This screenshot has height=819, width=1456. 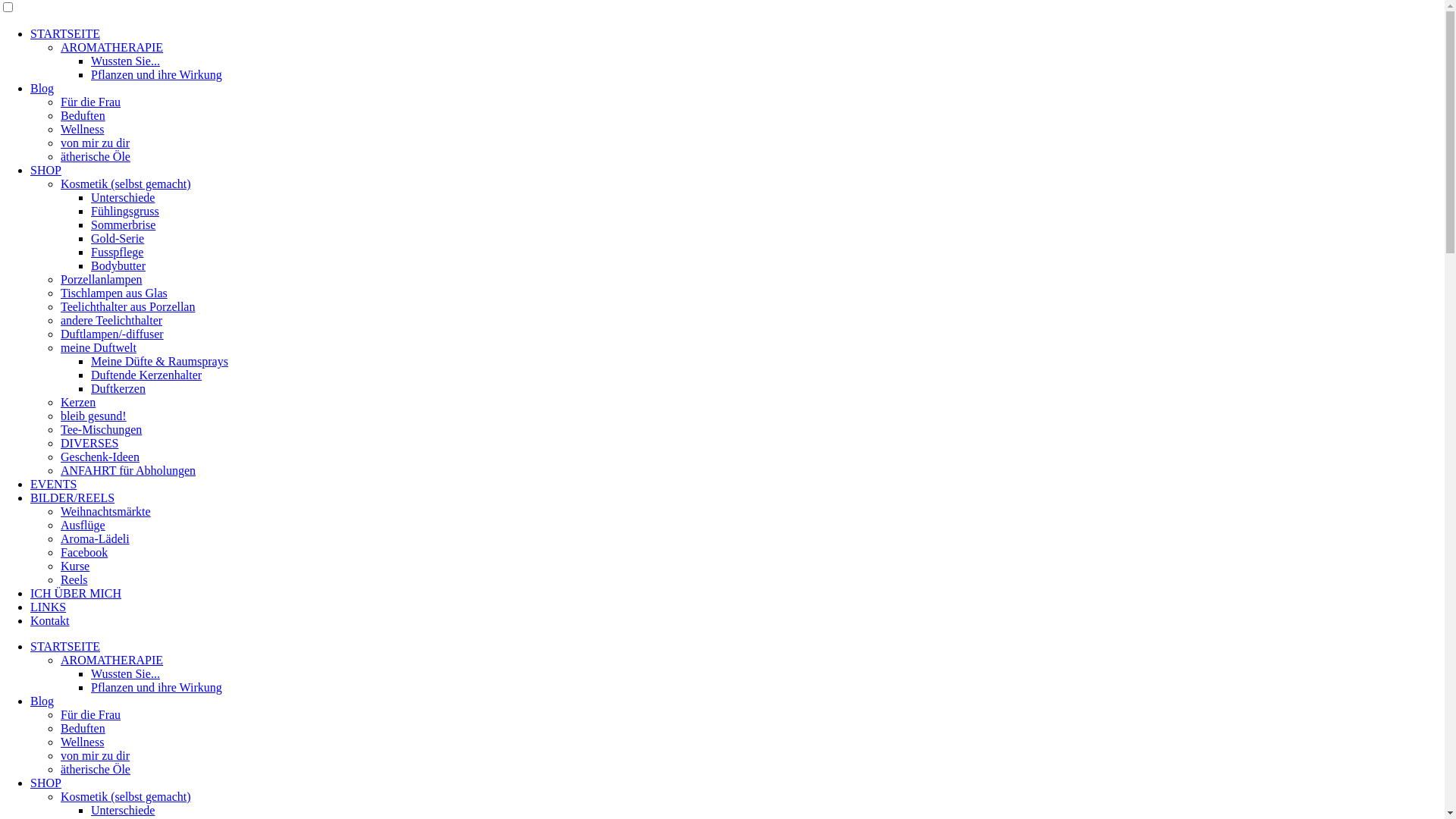 I want to click on 'Kerzen', so click(x=61, y=401).